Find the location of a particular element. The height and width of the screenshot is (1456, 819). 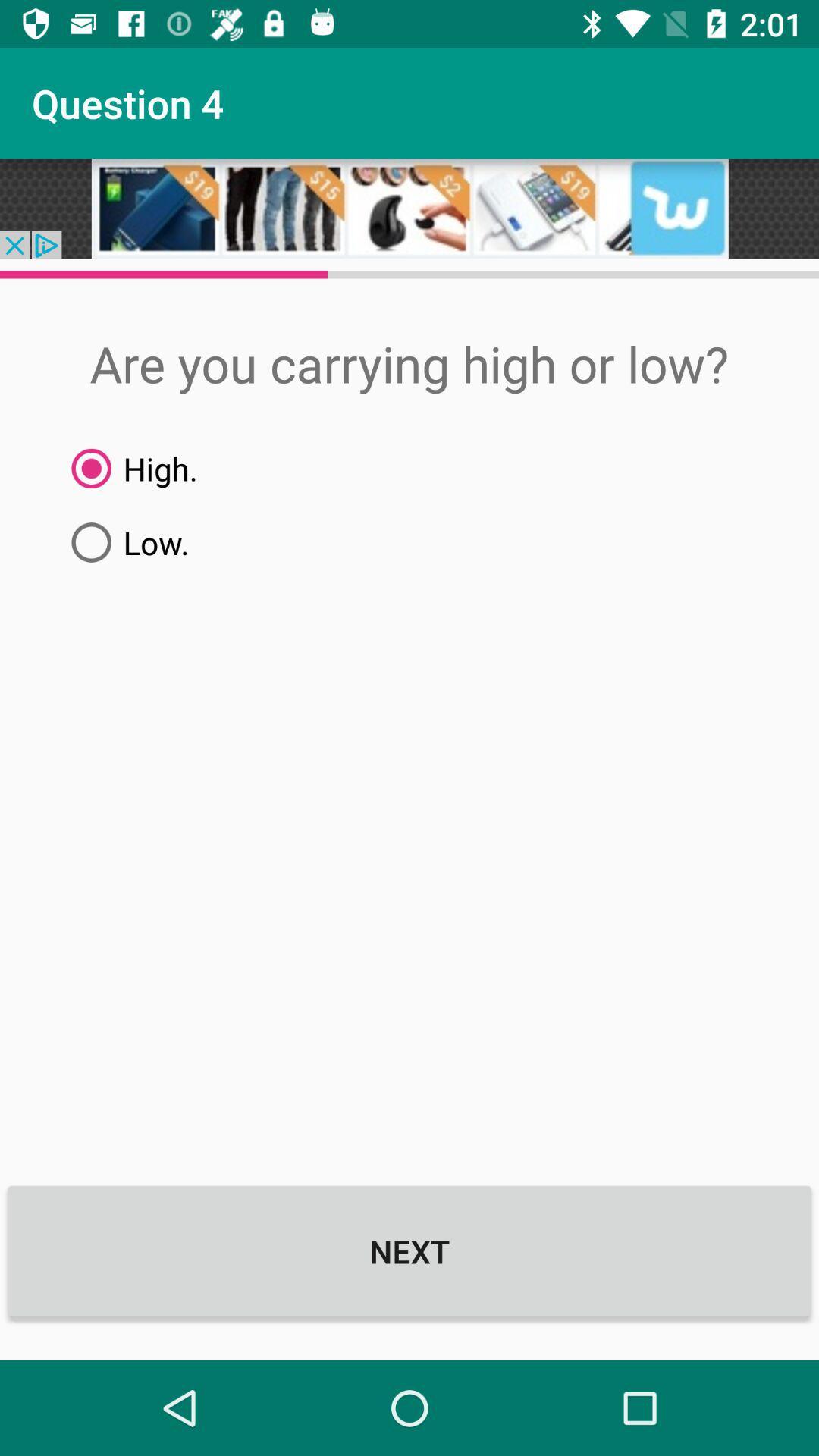

visit advertisement is located at coordinates (409, 208).